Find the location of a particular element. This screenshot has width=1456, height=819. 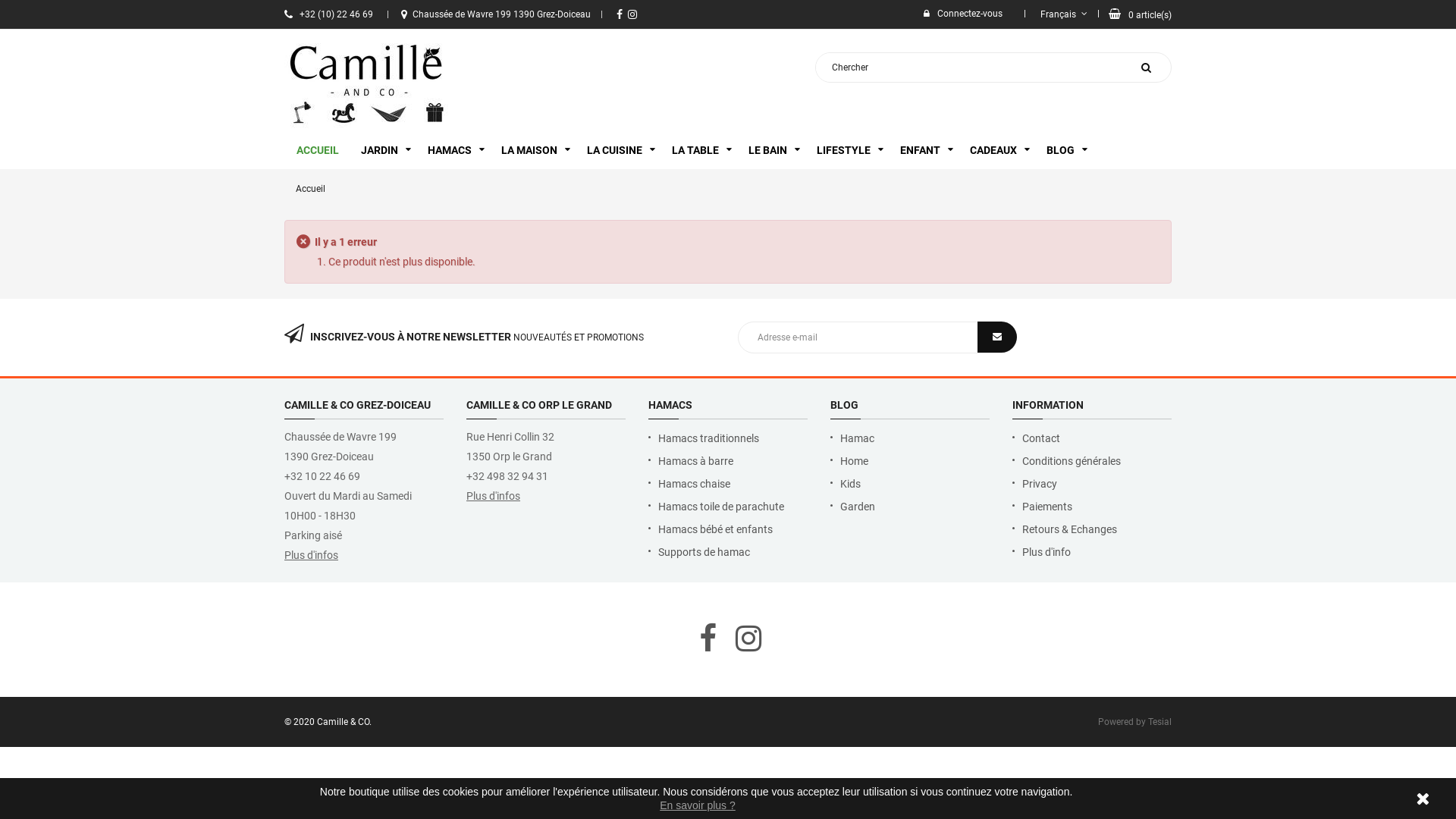

'BLOG' is located at coordinates (1065, 149).